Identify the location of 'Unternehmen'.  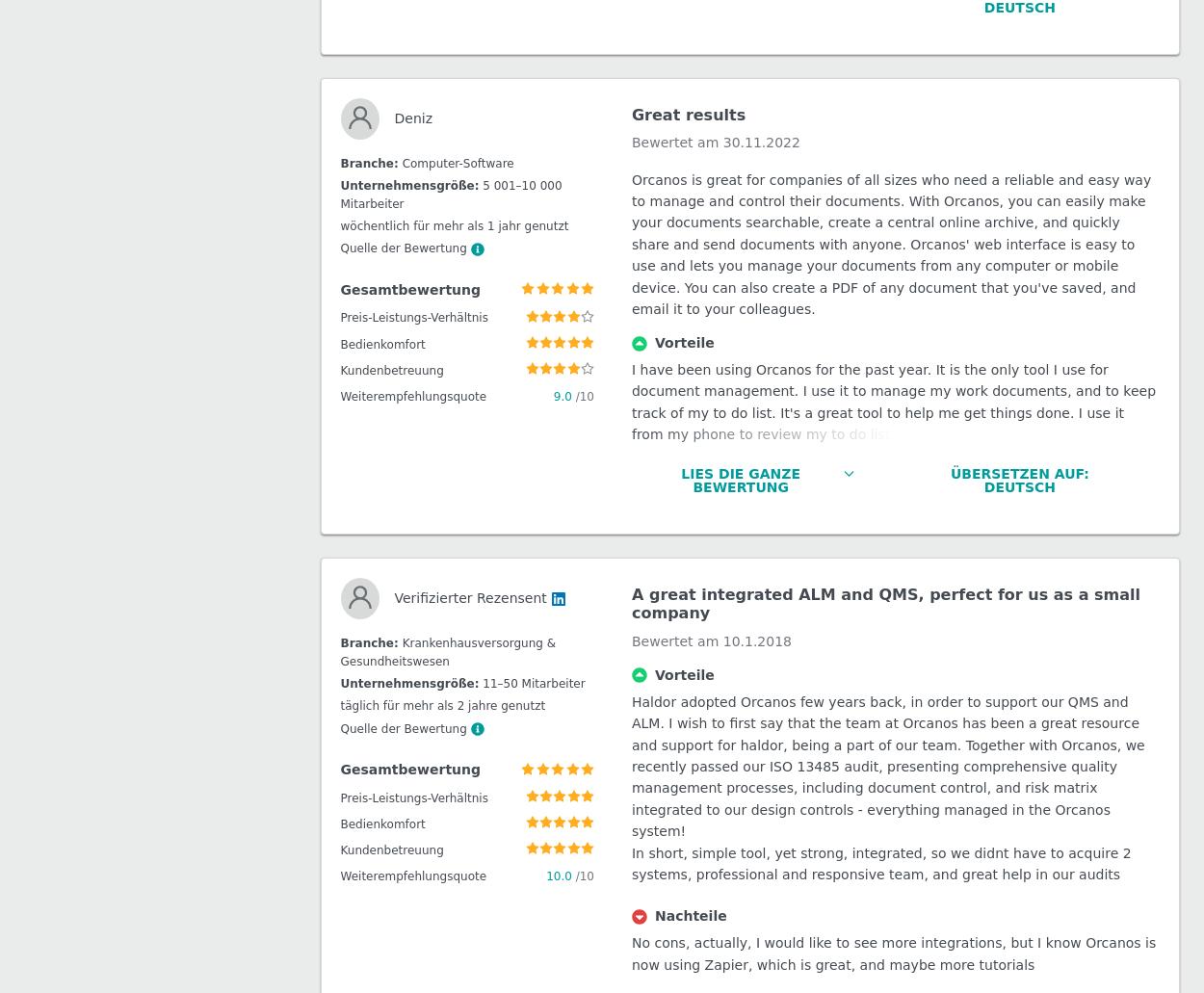
(24, 308).